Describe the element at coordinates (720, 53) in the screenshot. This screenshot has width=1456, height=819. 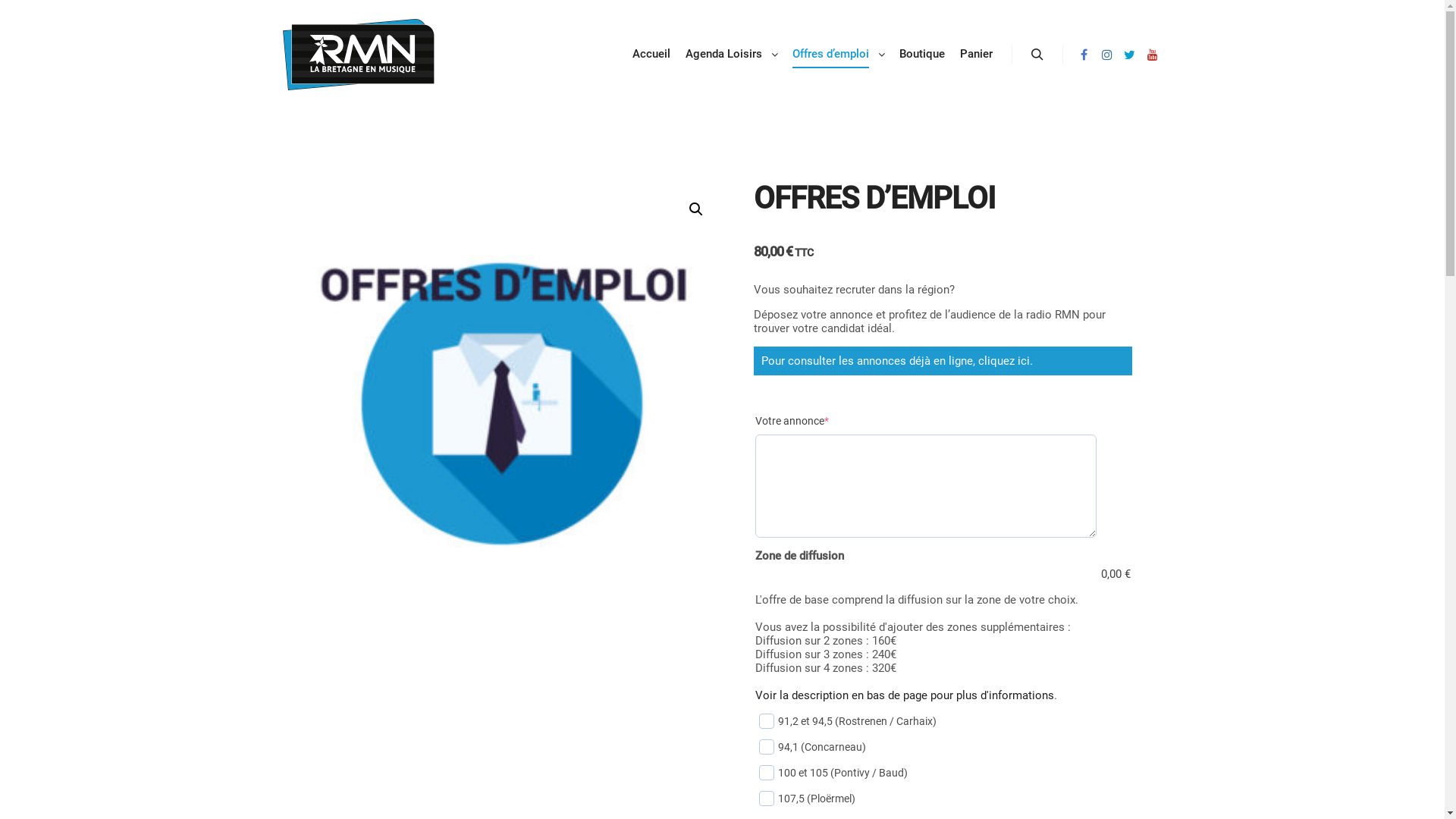
I see `'Agenda Loisirs'` at that location.